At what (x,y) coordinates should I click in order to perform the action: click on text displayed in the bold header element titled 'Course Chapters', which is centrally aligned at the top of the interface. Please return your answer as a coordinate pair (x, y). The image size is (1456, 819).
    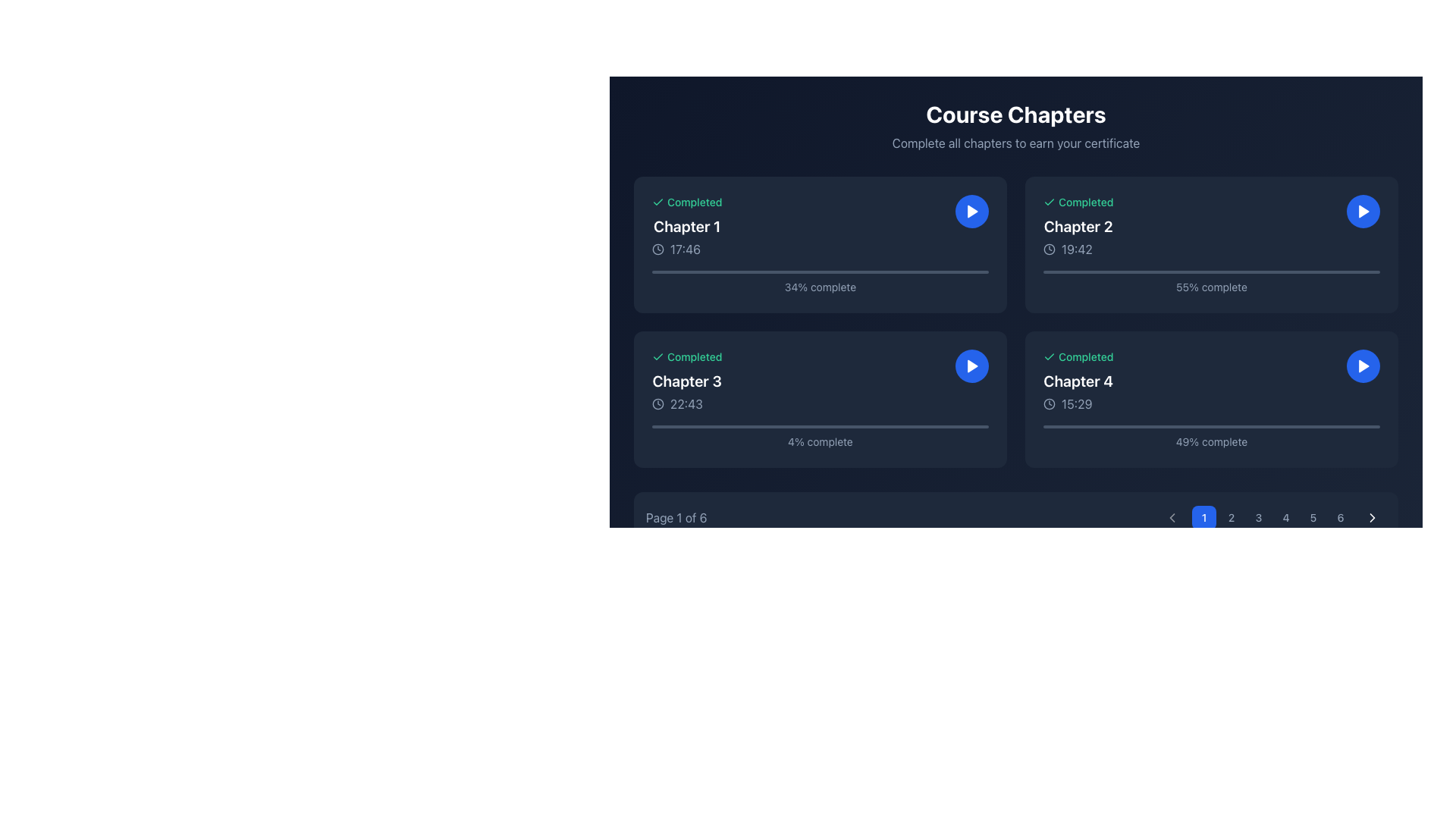
    Looking at the image, I should click on (1015, 113).